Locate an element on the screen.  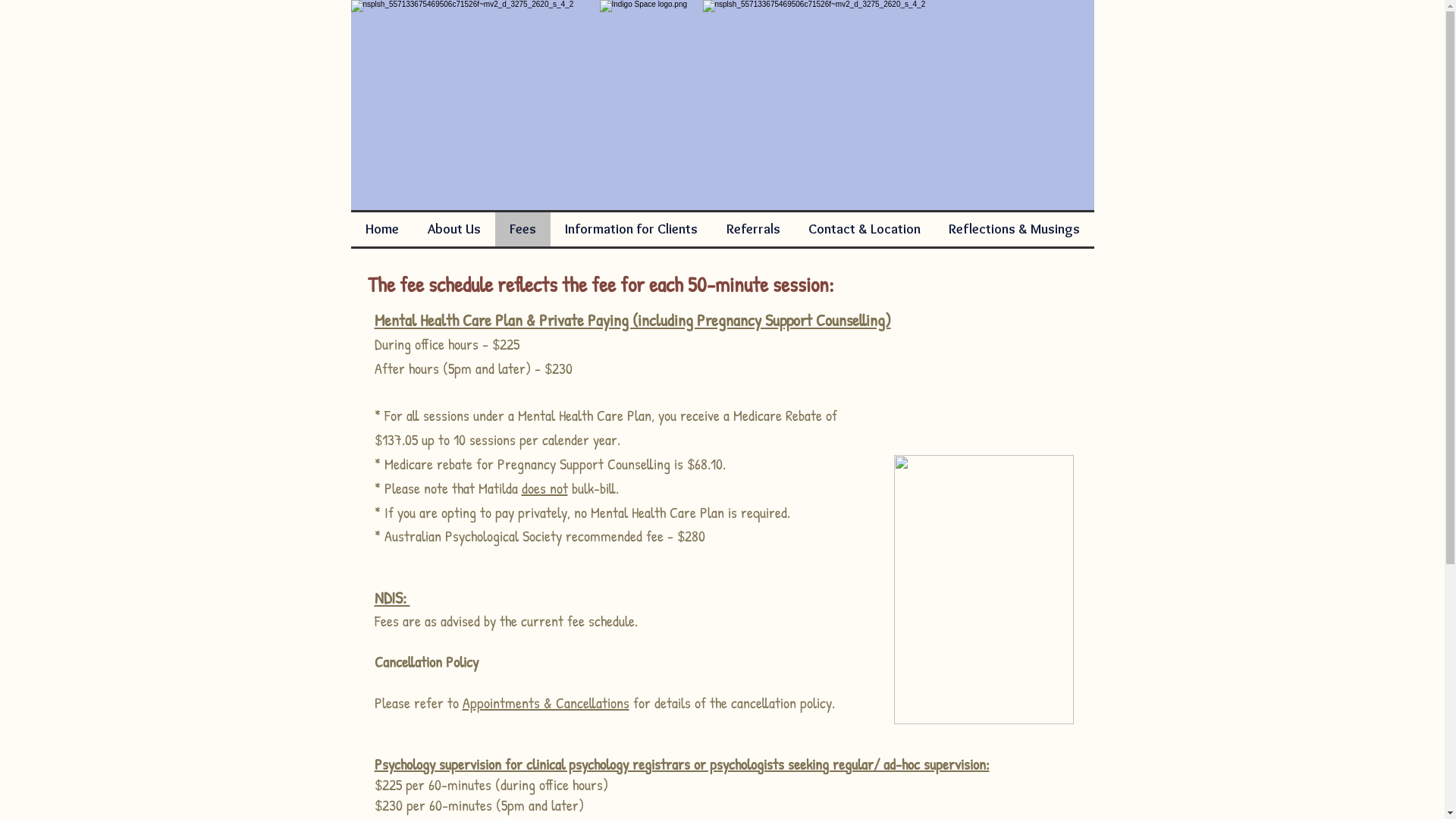
'Reflections & Musings' is located at coordinates (934, 229).